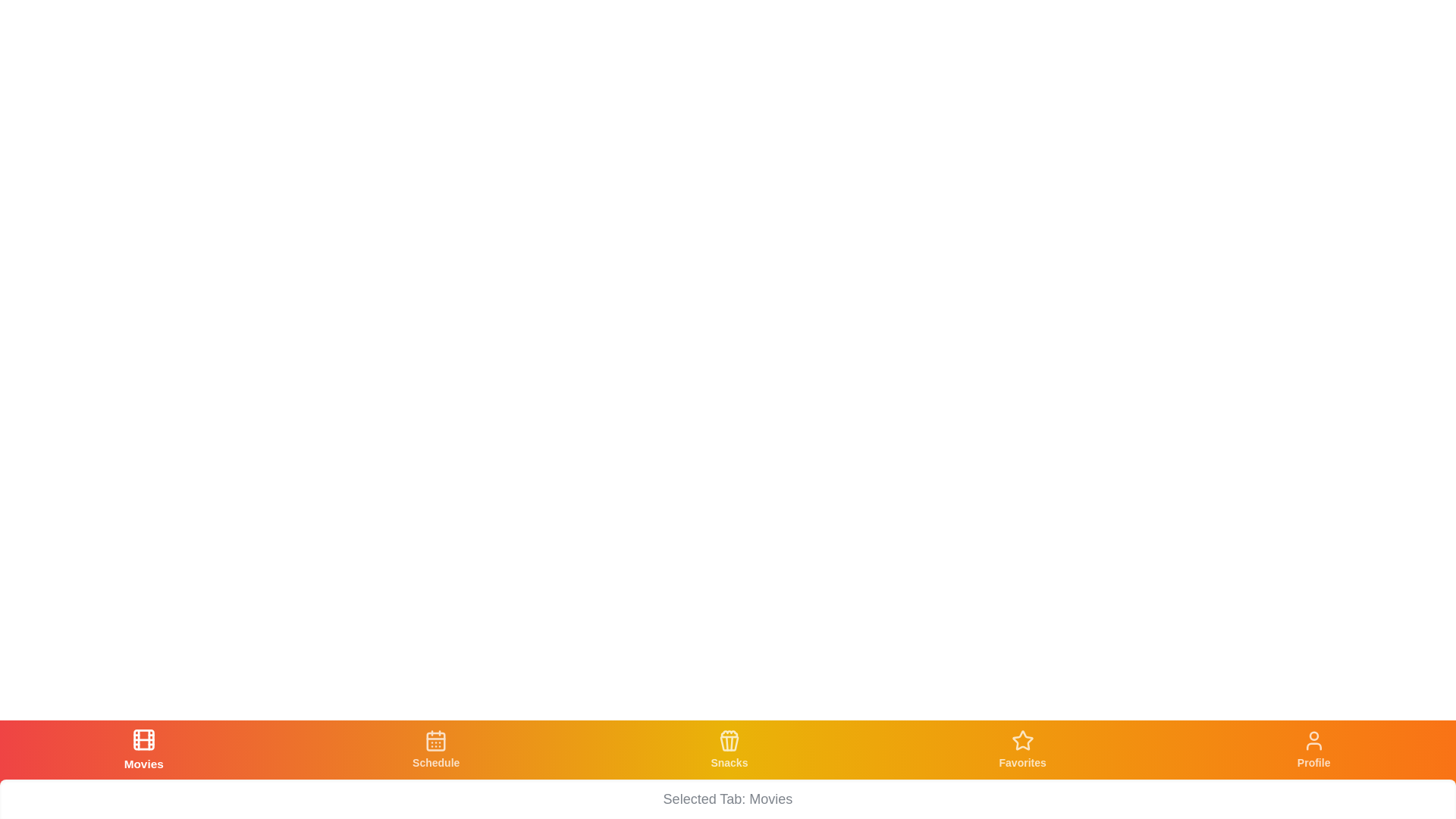 The image size is (1456, 819). Describe the element at coordinates (1022, 748) in the screenshot. I see `the tab with the label Favorites to view its icon and label` at that location.